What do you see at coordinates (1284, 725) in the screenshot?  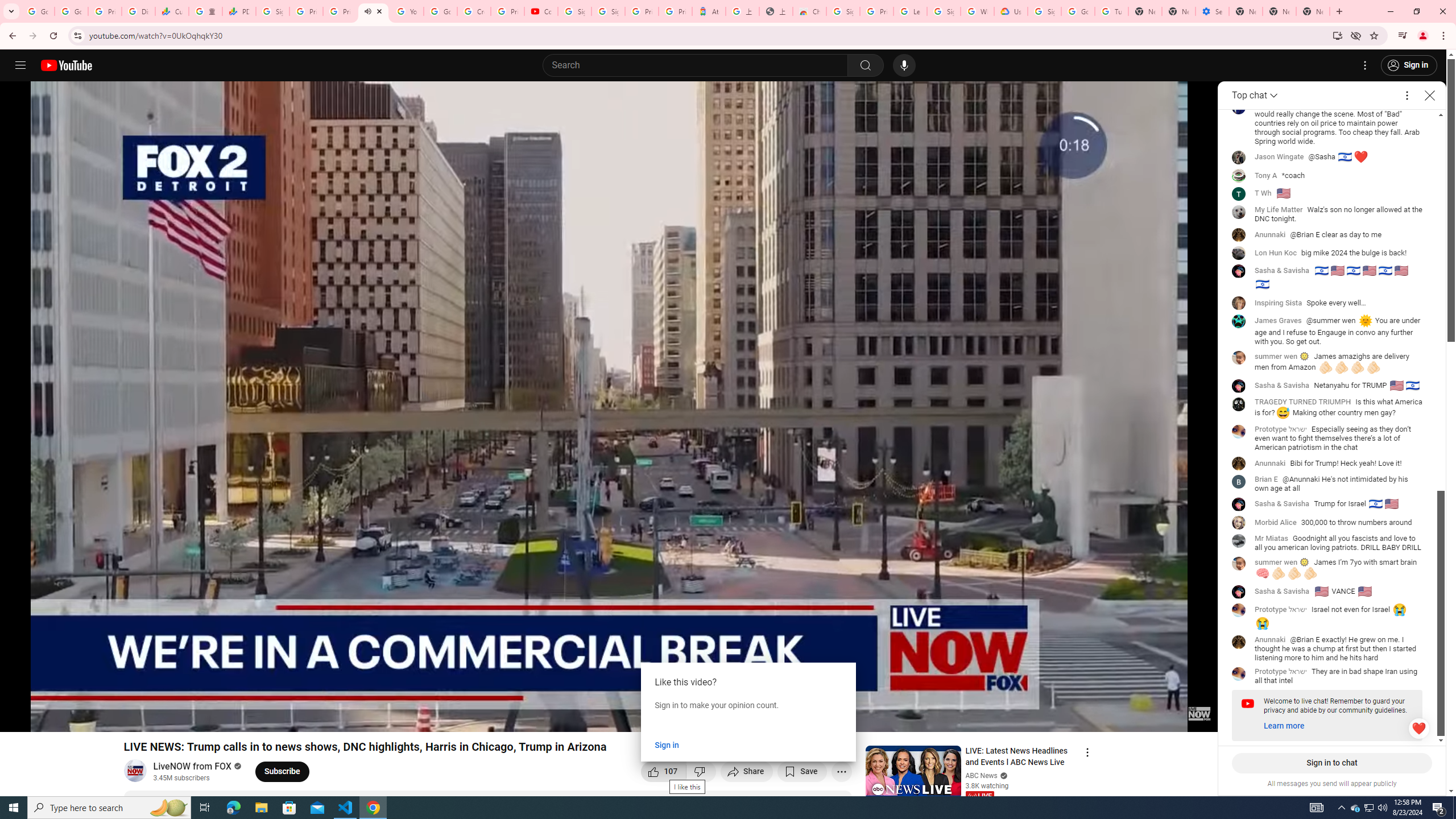 I see `'Learn more'` at bounding box center [1284, 725].